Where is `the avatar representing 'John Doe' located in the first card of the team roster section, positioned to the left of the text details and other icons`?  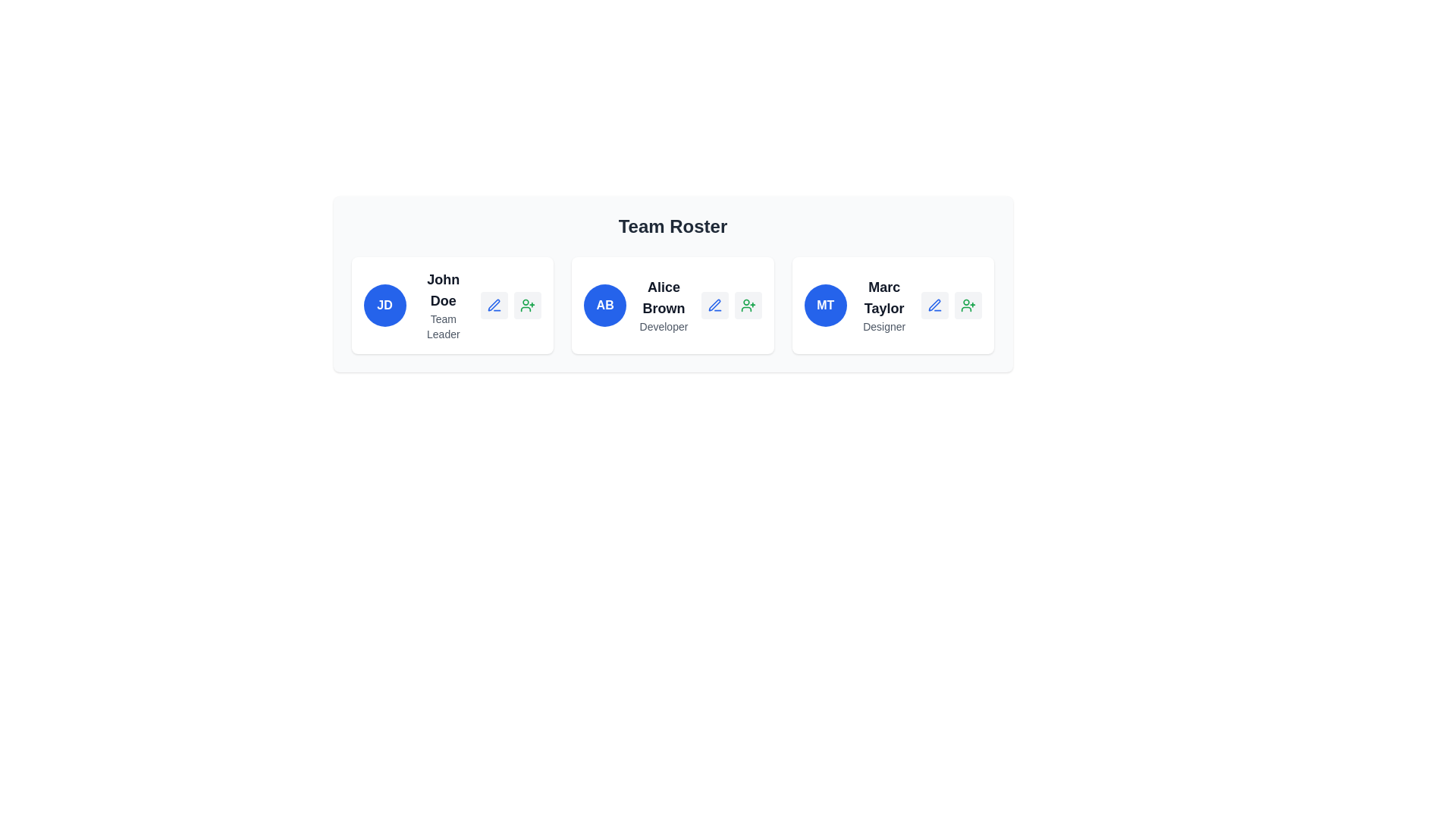 the avatar representing 'John Doe' located in the first card of the team roster section, positioned to the left of the text details and other icons is located at coordinates (384, 305).